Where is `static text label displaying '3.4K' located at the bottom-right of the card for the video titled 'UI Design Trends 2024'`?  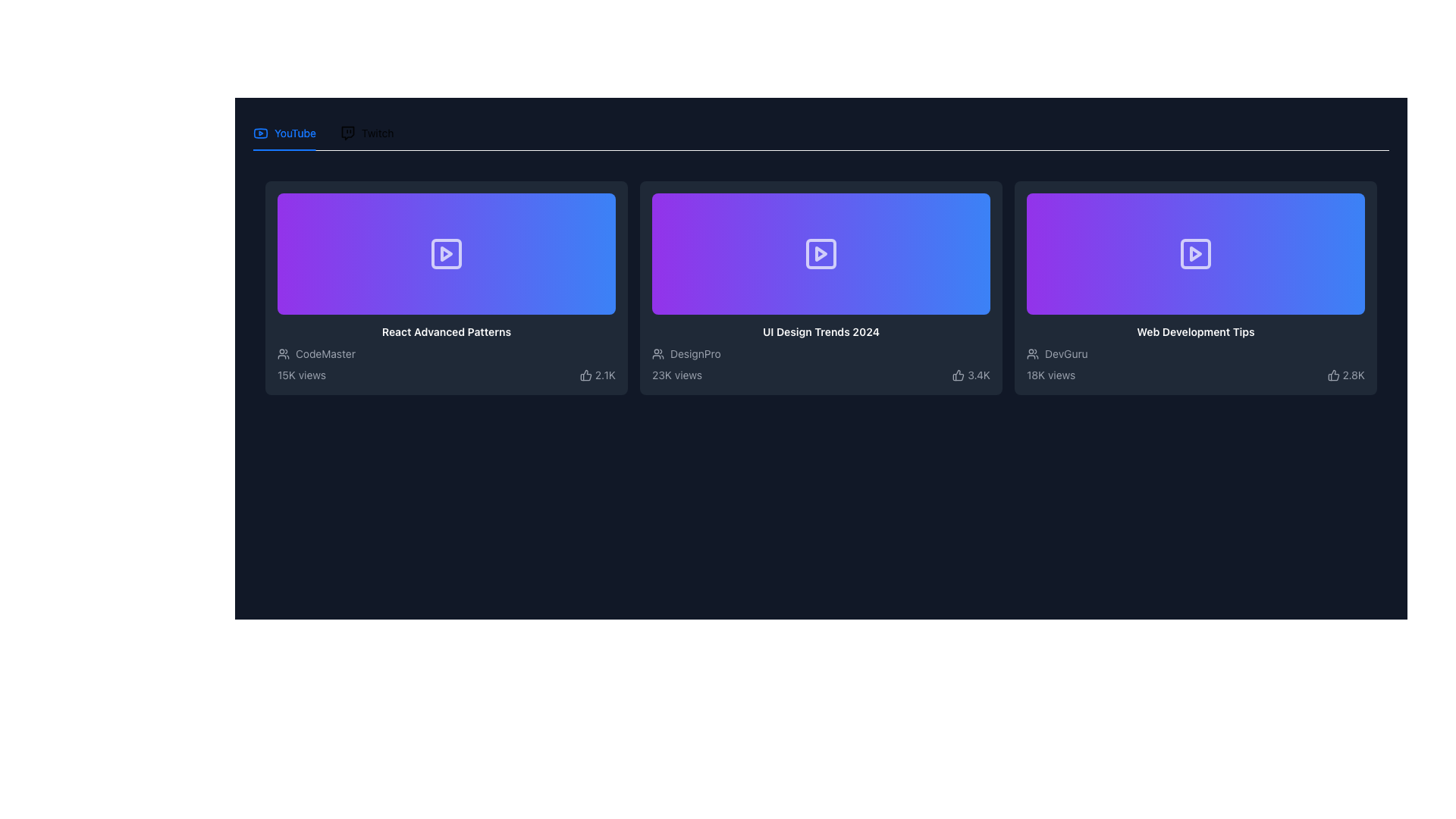 static text label displaying '3.4K' located at the bottom-right of the card for the video titled 'UI Design Trends 2024' is located at coordinates (979, 375).